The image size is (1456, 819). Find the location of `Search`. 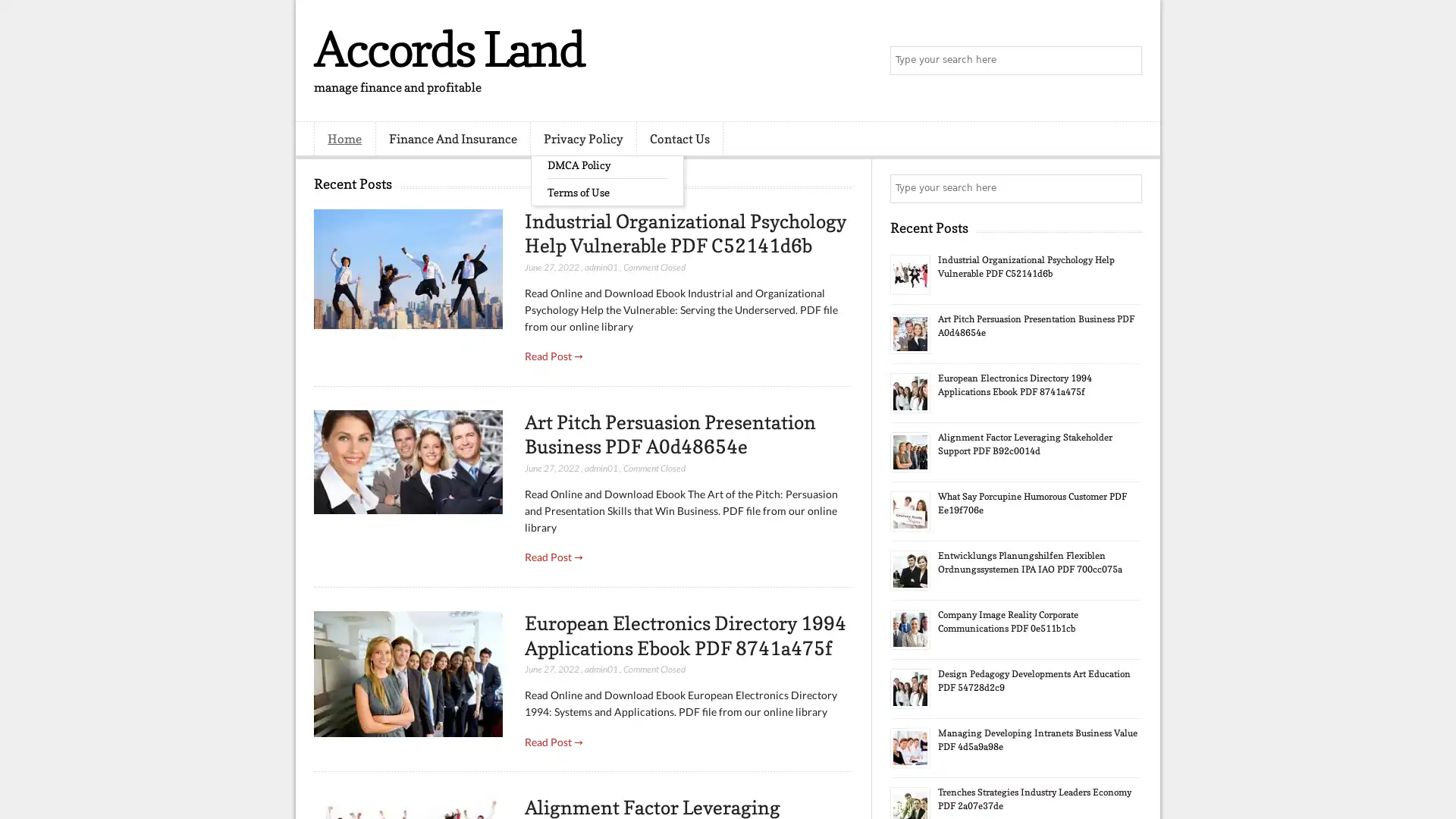

Search is located at coordinates (1126, 61).